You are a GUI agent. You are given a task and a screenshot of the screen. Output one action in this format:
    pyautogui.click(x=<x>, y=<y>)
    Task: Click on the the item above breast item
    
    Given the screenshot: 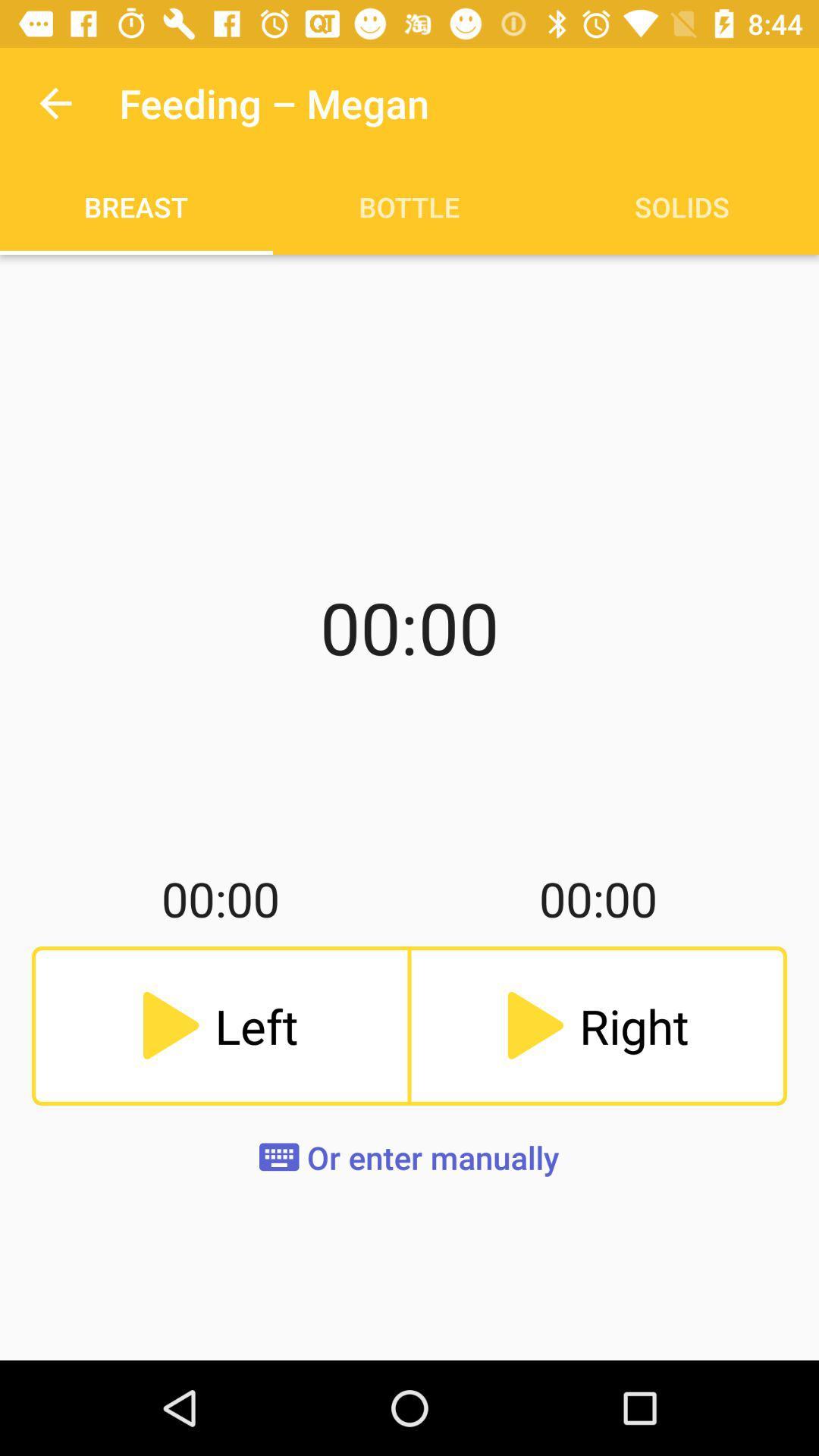 What is the action you would take?
    pyautogui.click(x=55, y=102)
    